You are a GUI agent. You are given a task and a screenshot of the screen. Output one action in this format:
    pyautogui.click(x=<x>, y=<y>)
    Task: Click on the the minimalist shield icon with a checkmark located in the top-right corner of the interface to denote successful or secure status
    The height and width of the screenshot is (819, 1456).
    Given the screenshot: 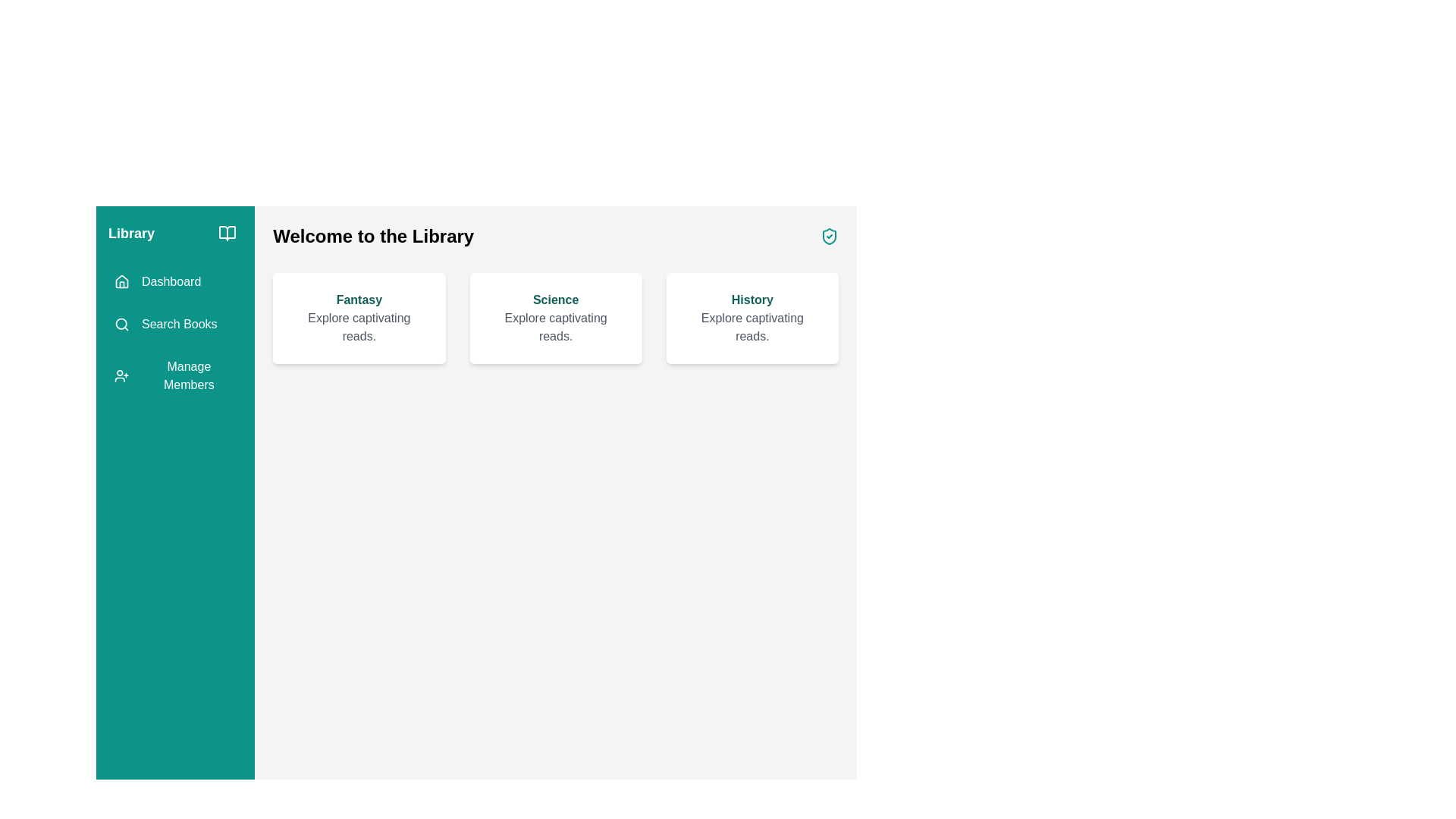 What is the action you would take?
    pyautogui.click(x=829, y=237)
    